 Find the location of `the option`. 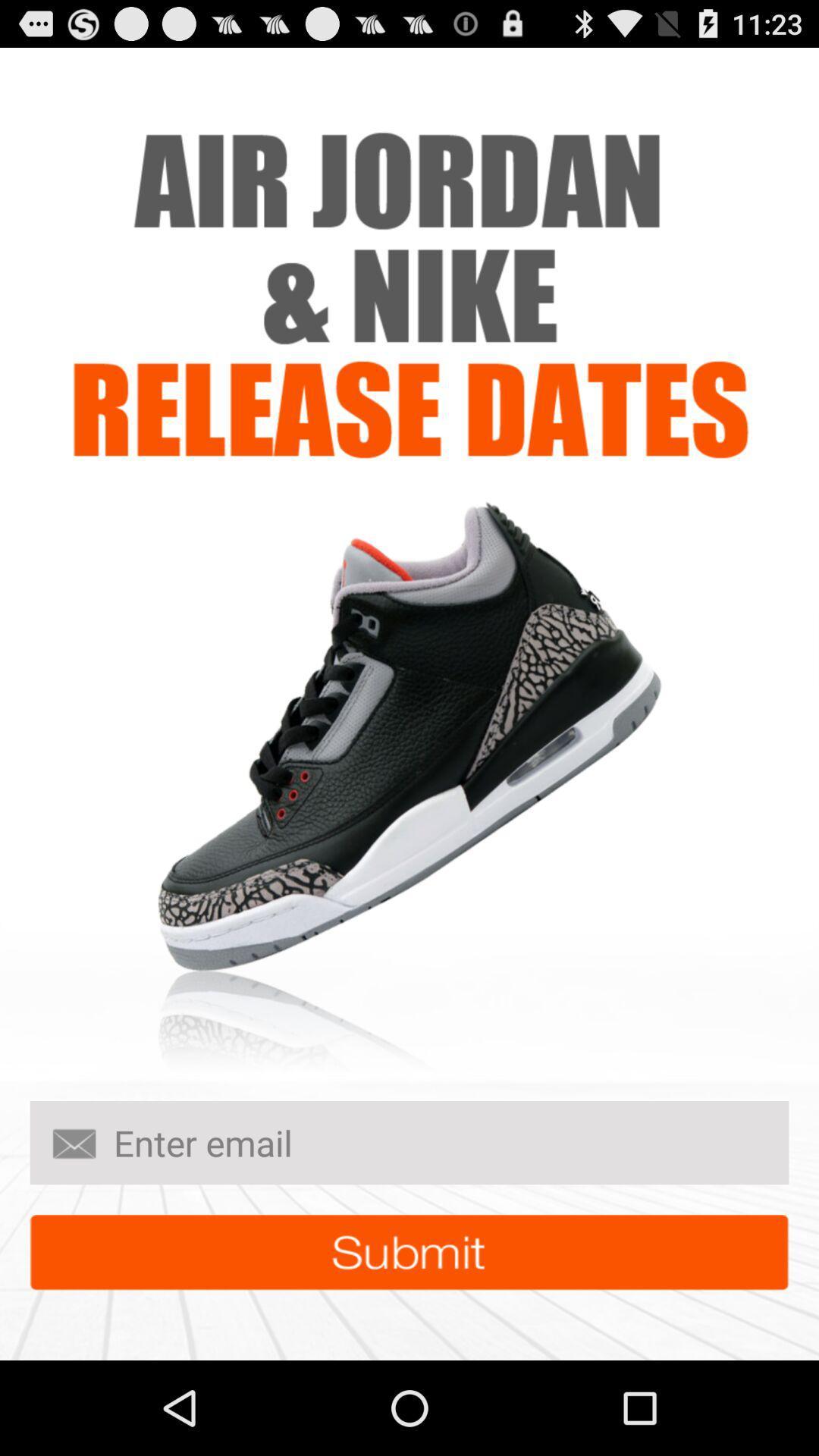

the option is located at coordinates (409, 1252).